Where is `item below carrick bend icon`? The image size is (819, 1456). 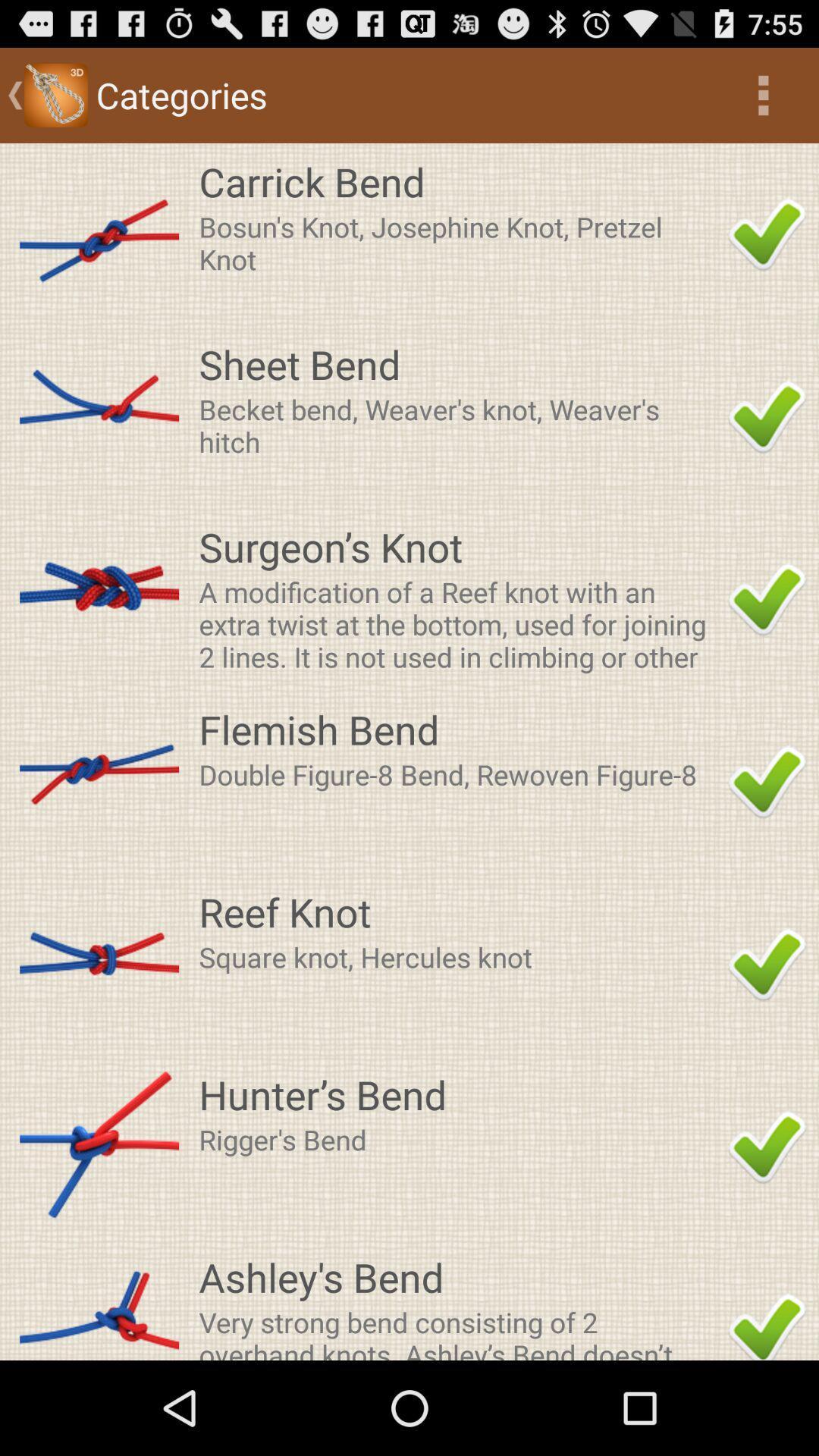 item below carrick bend icon is located at coordinates (458, 243).